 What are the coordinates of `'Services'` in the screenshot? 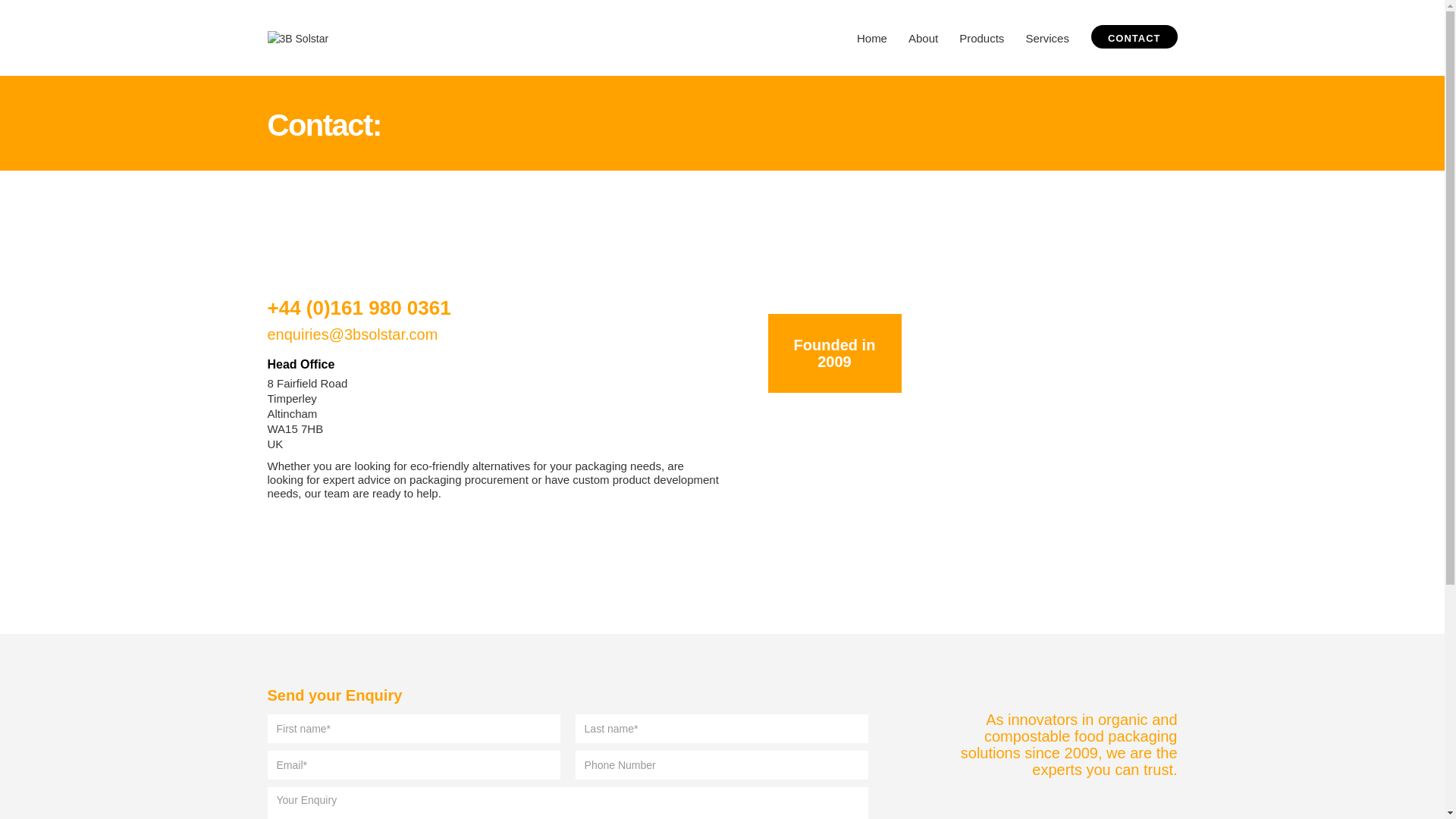 It's located at (1046, 37).